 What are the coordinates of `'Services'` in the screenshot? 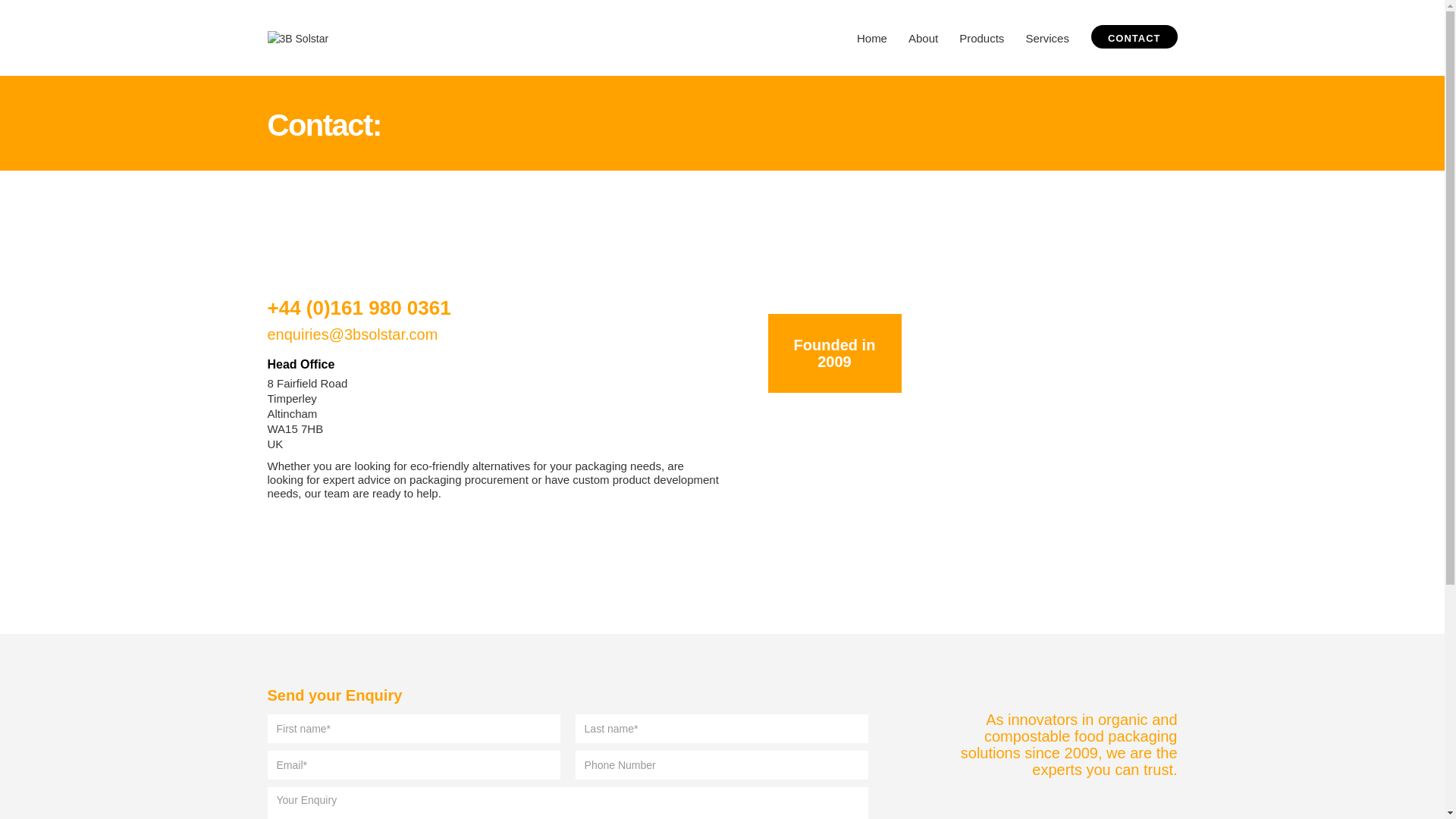 It's located at (1046, 37).